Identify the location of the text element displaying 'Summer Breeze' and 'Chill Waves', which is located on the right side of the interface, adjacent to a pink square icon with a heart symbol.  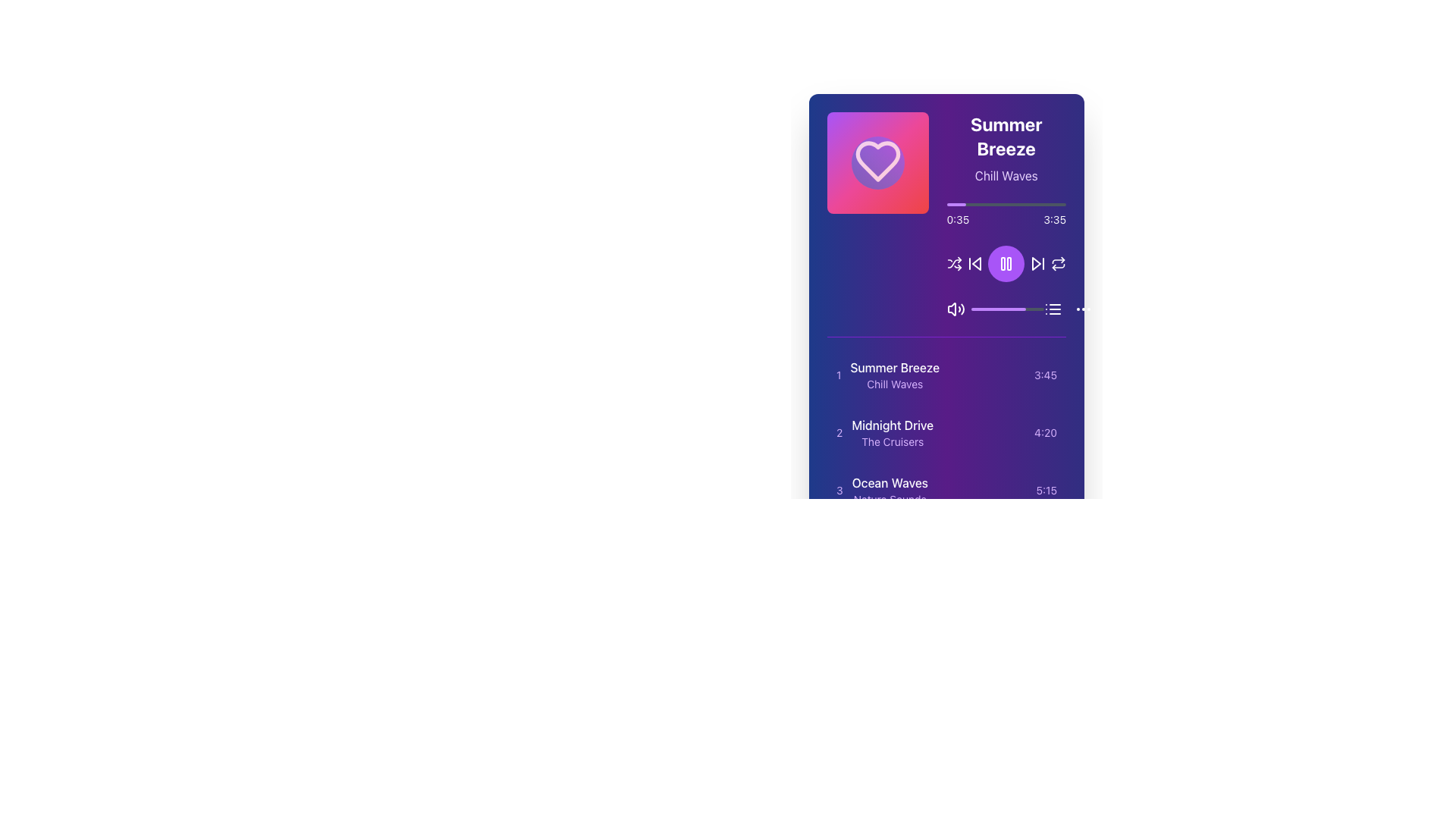
(1006, 149).